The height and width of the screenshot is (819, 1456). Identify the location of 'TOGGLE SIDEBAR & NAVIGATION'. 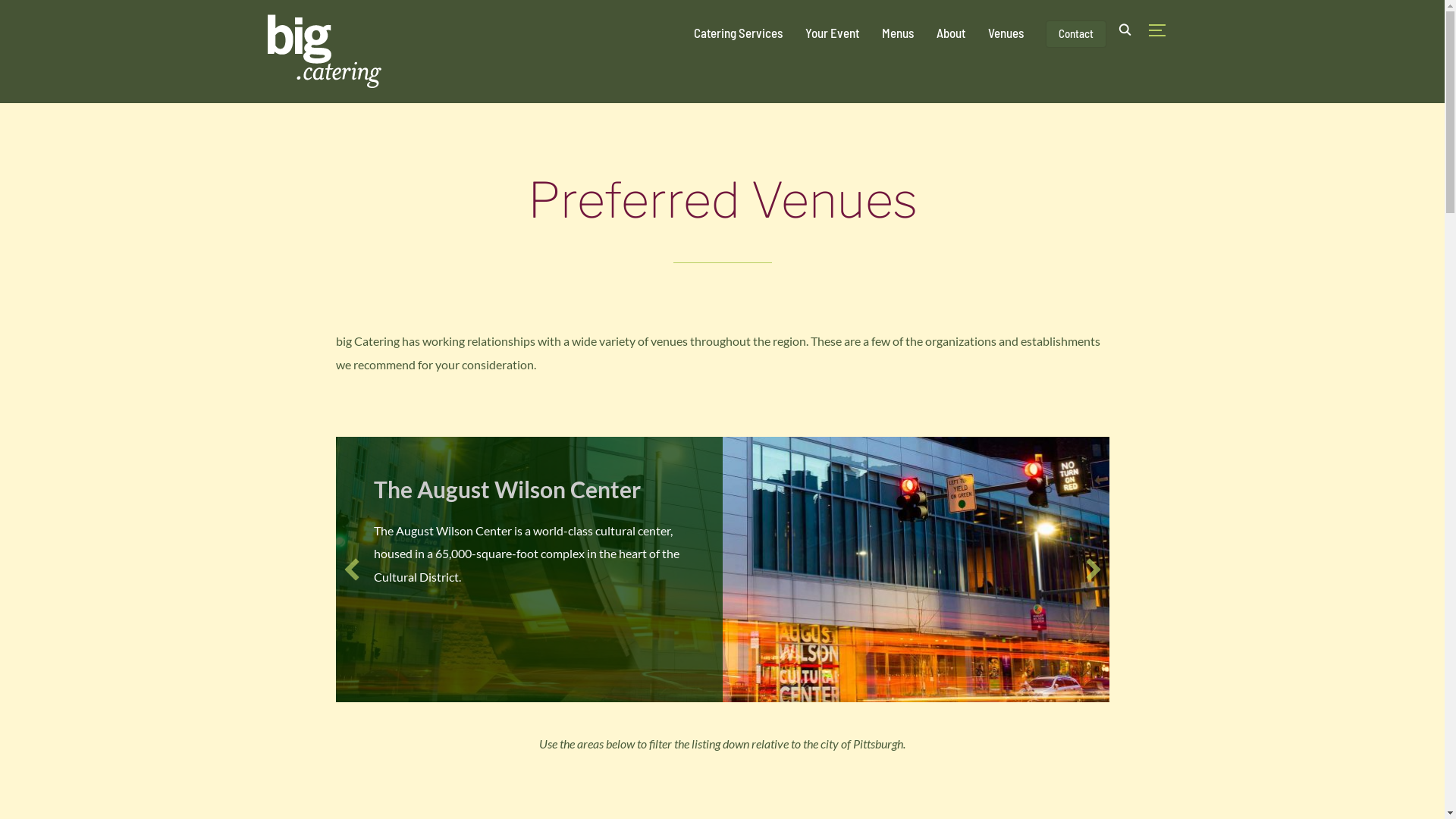
(1160, 30).